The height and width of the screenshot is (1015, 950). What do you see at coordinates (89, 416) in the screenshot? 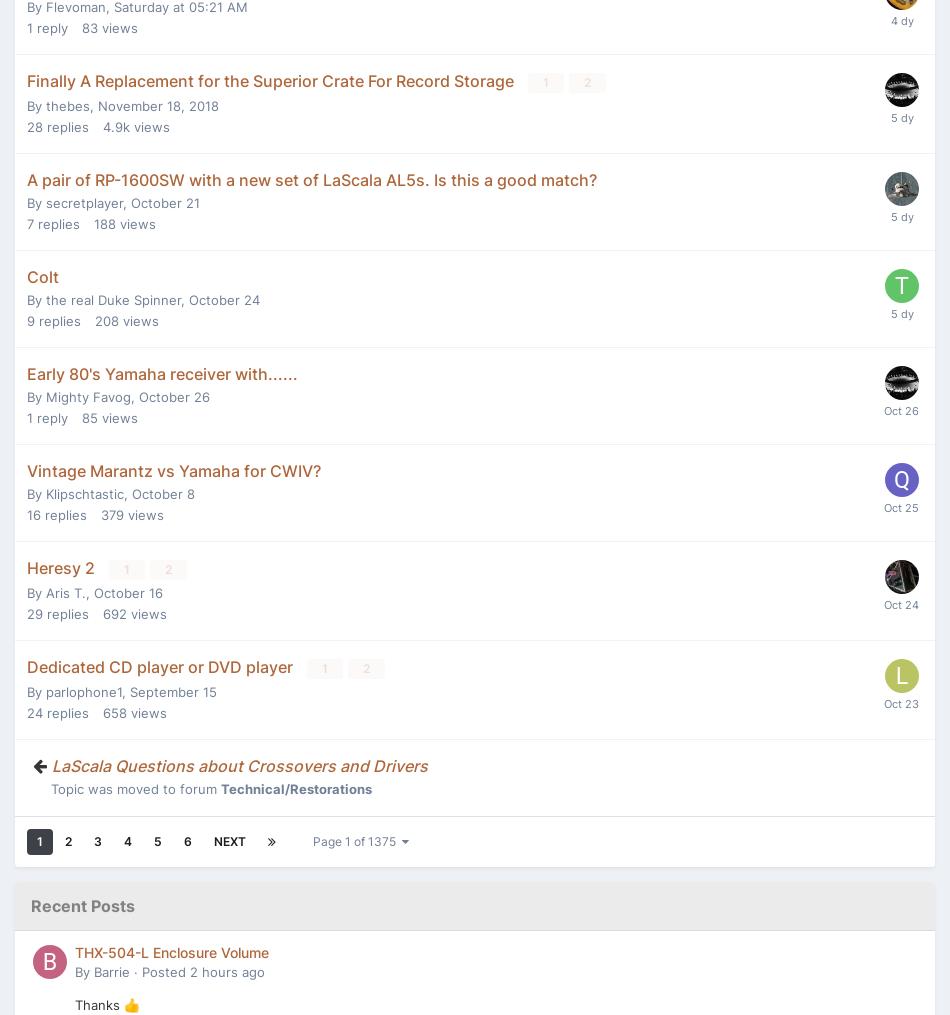
I see `'85'` at bounding box center [89, 416].